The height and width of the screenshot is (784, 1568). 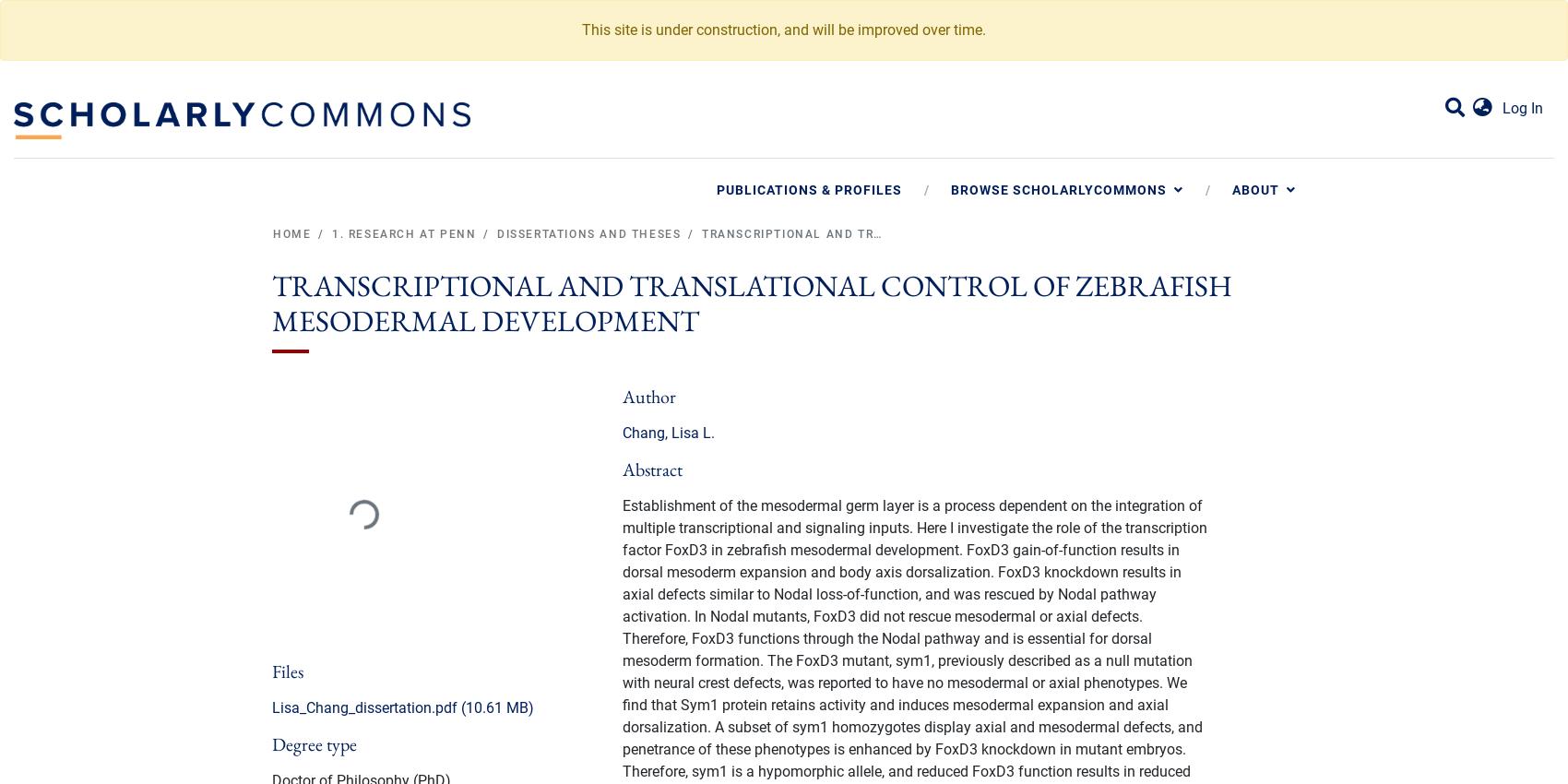 What do you see at coordinates (363, 706) in the screenshot?
I see `'Lisa_Chang_dissertation.pdf'` at bounding box center [363, 706].